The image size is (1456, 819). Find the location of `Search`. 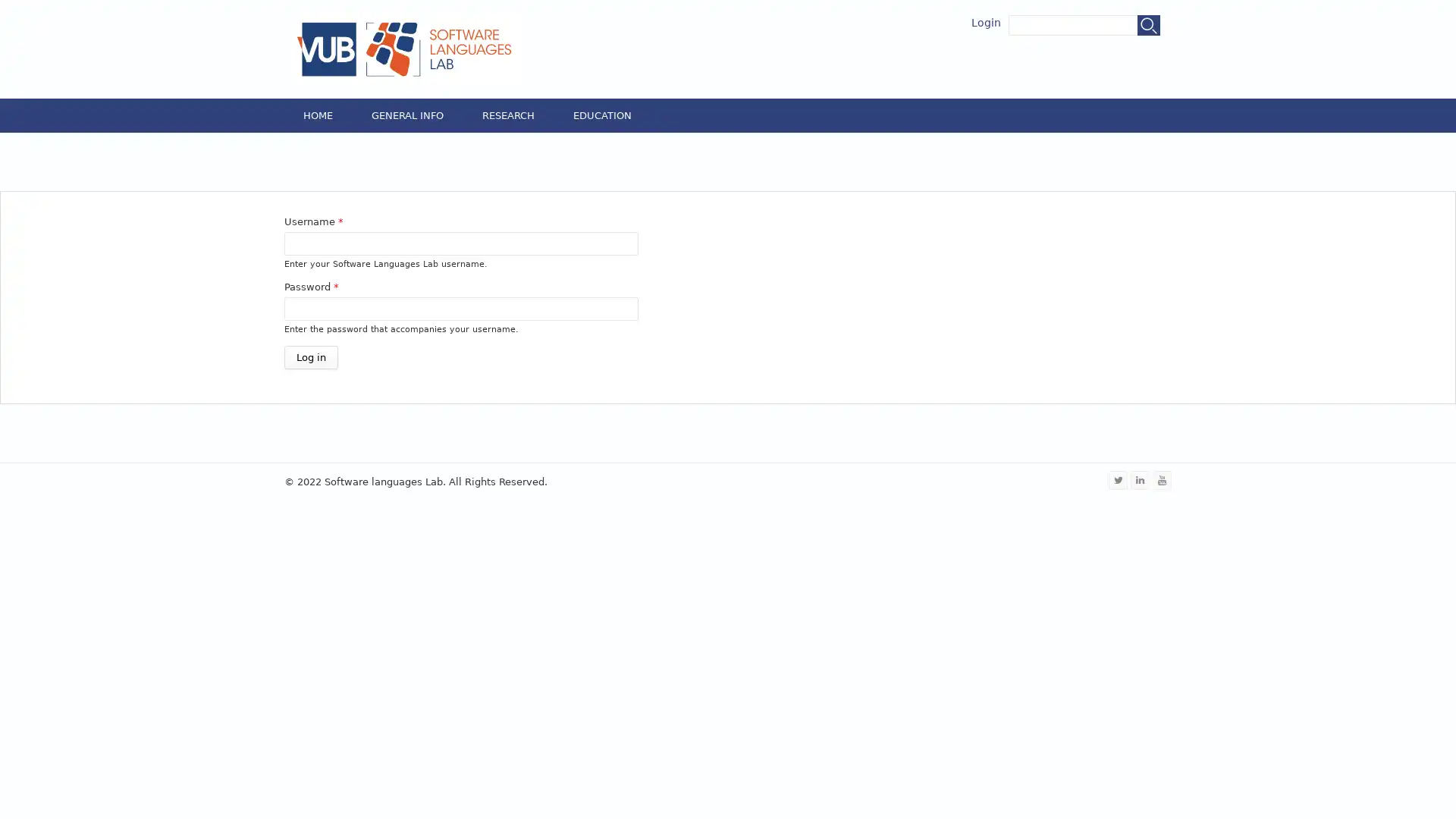

Search is located at coordinates (1149, 25).